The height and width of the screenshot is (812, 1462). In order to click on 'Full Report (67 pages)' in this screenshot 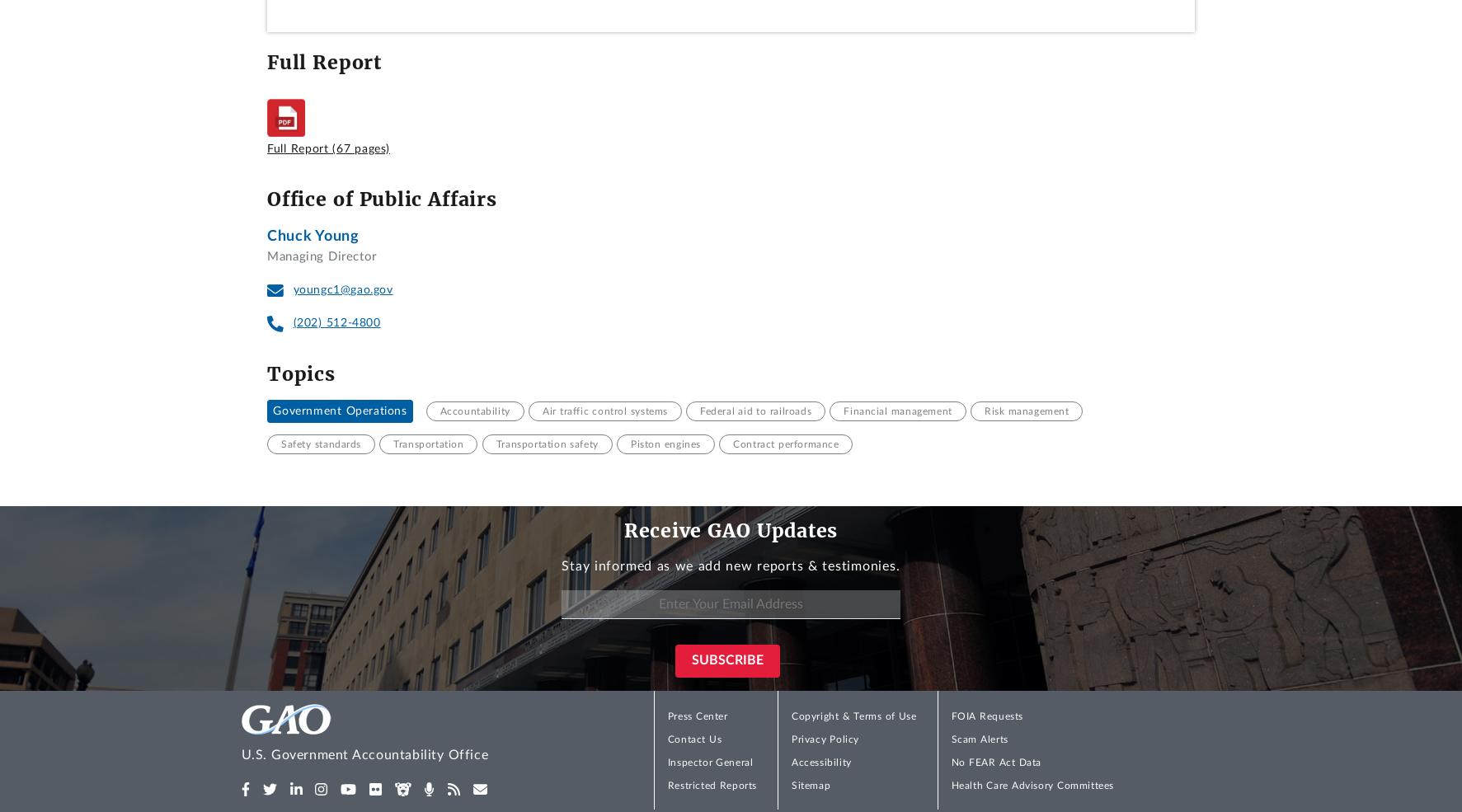, I will do `click(327, 148)`.